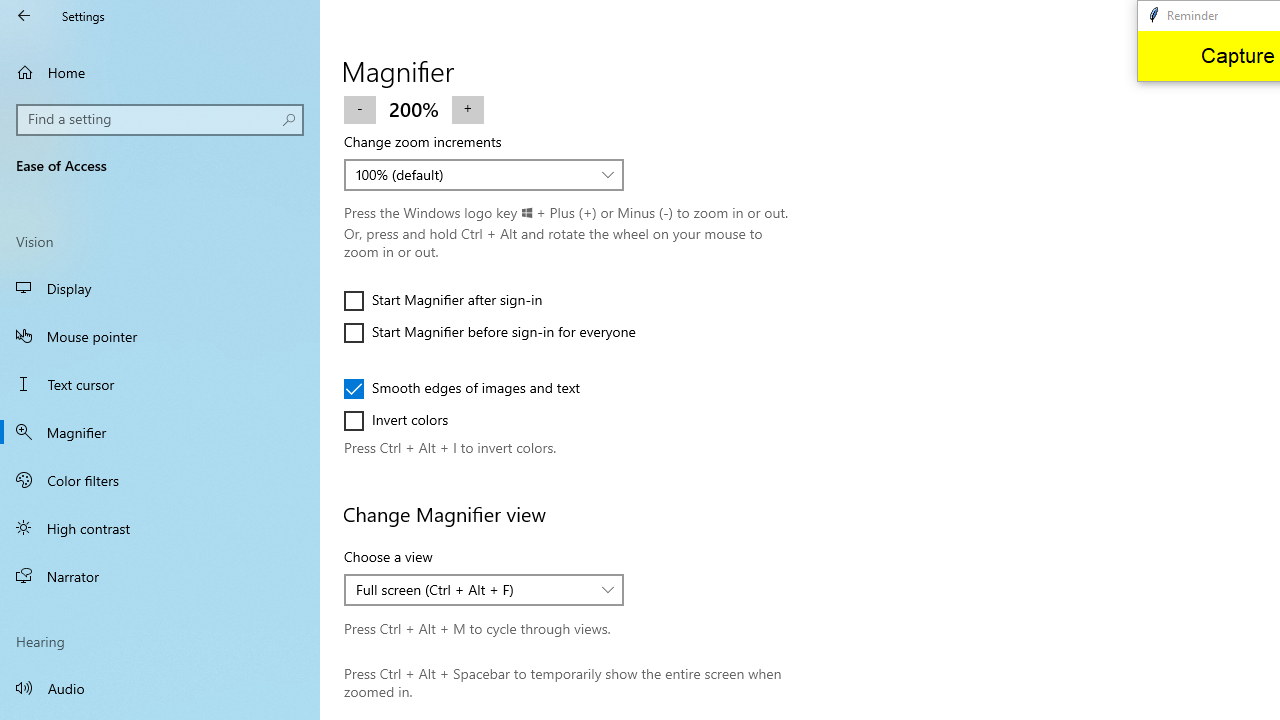  I want to click on 'High contrast', so click(160, 527).